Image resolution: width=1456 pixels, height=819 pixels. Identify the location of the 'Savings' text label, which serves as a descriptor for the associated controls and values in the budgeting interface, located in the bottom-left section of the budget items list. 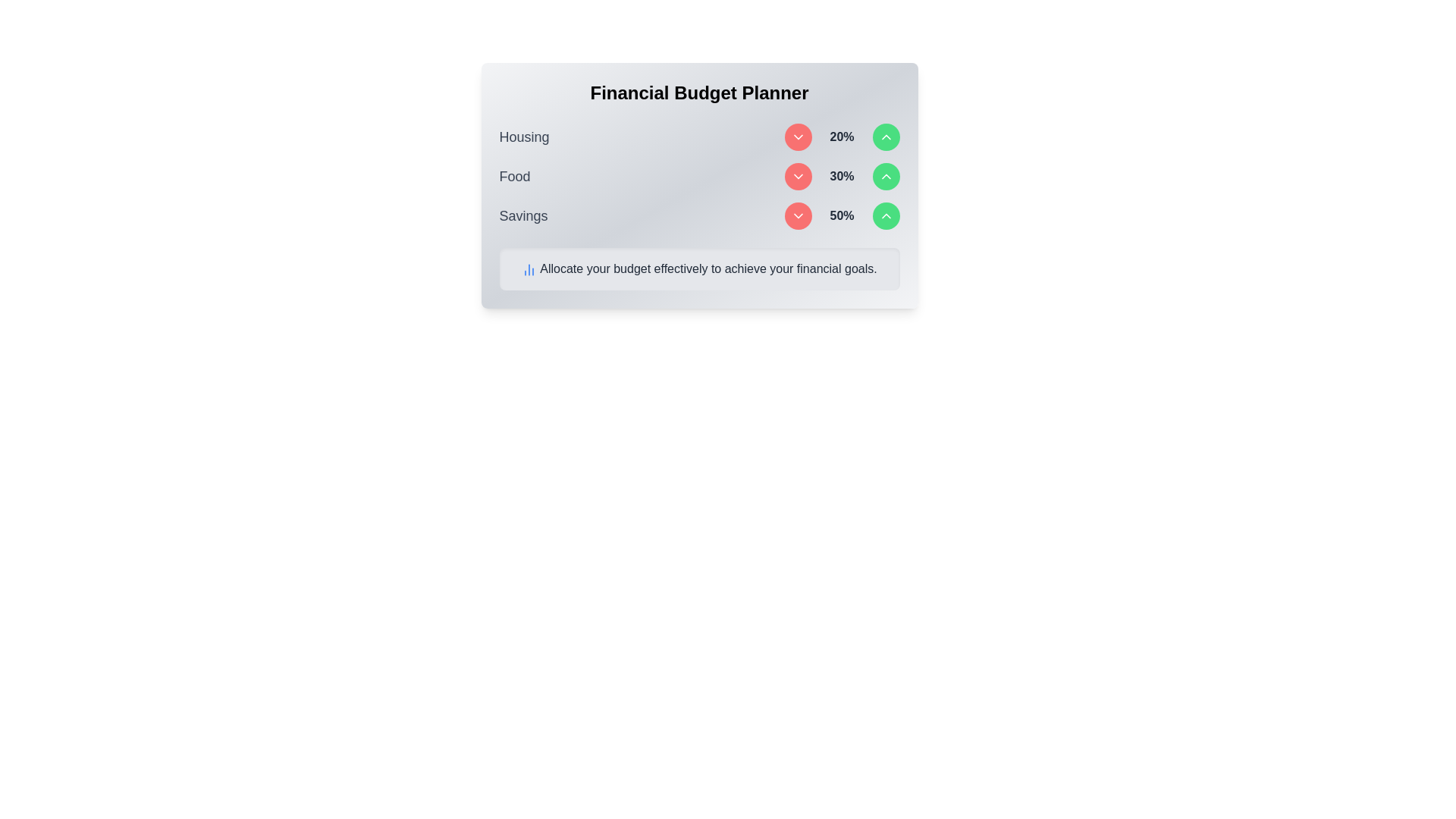
(523, 216).